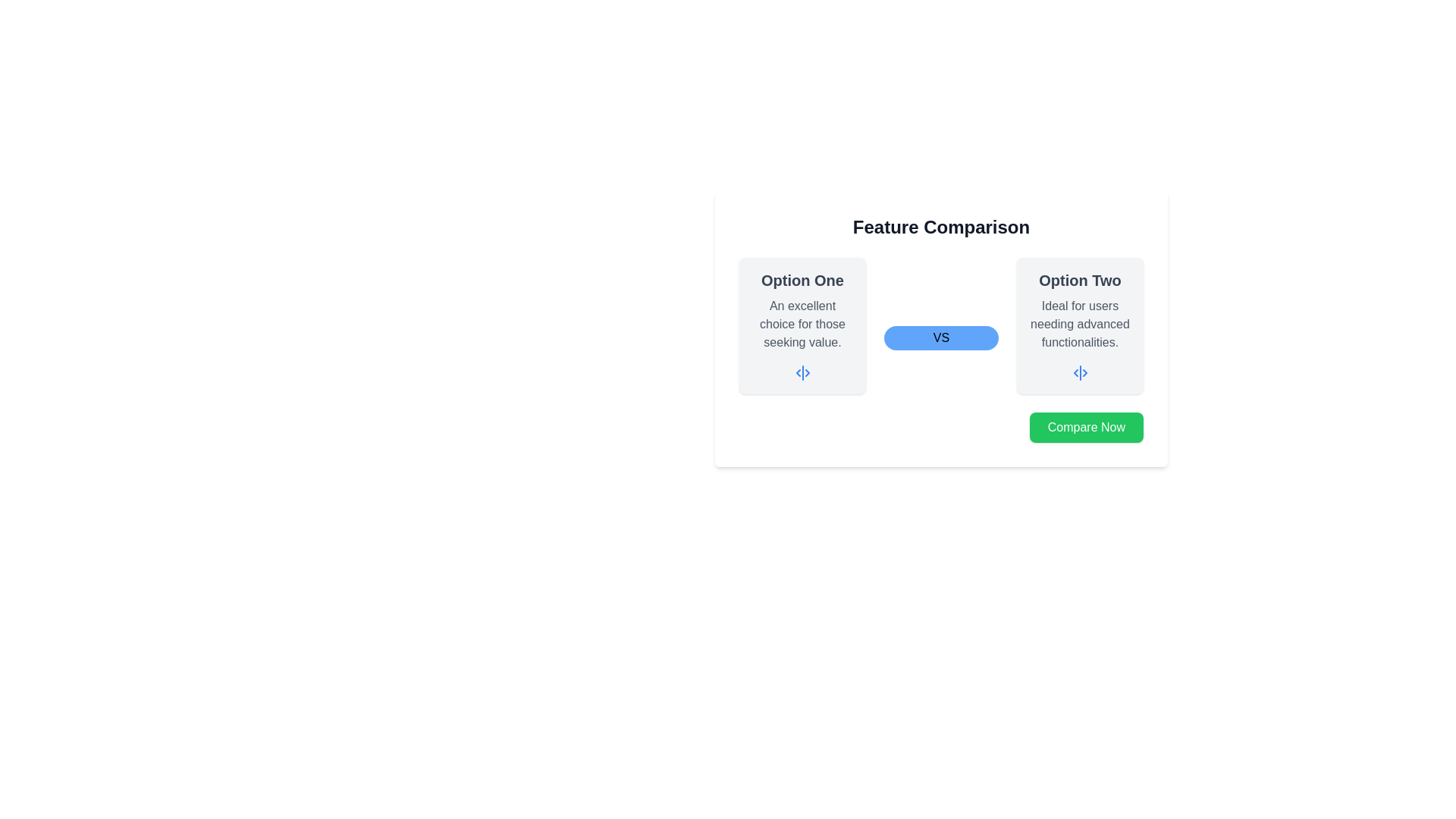  What do you see at coordinates (802, 324) in the screenshot?
I see `the text description that summarizes the benefits of the associated option within the 'Option One' card in the feature comparison layout` at bounding box center [802, 324].